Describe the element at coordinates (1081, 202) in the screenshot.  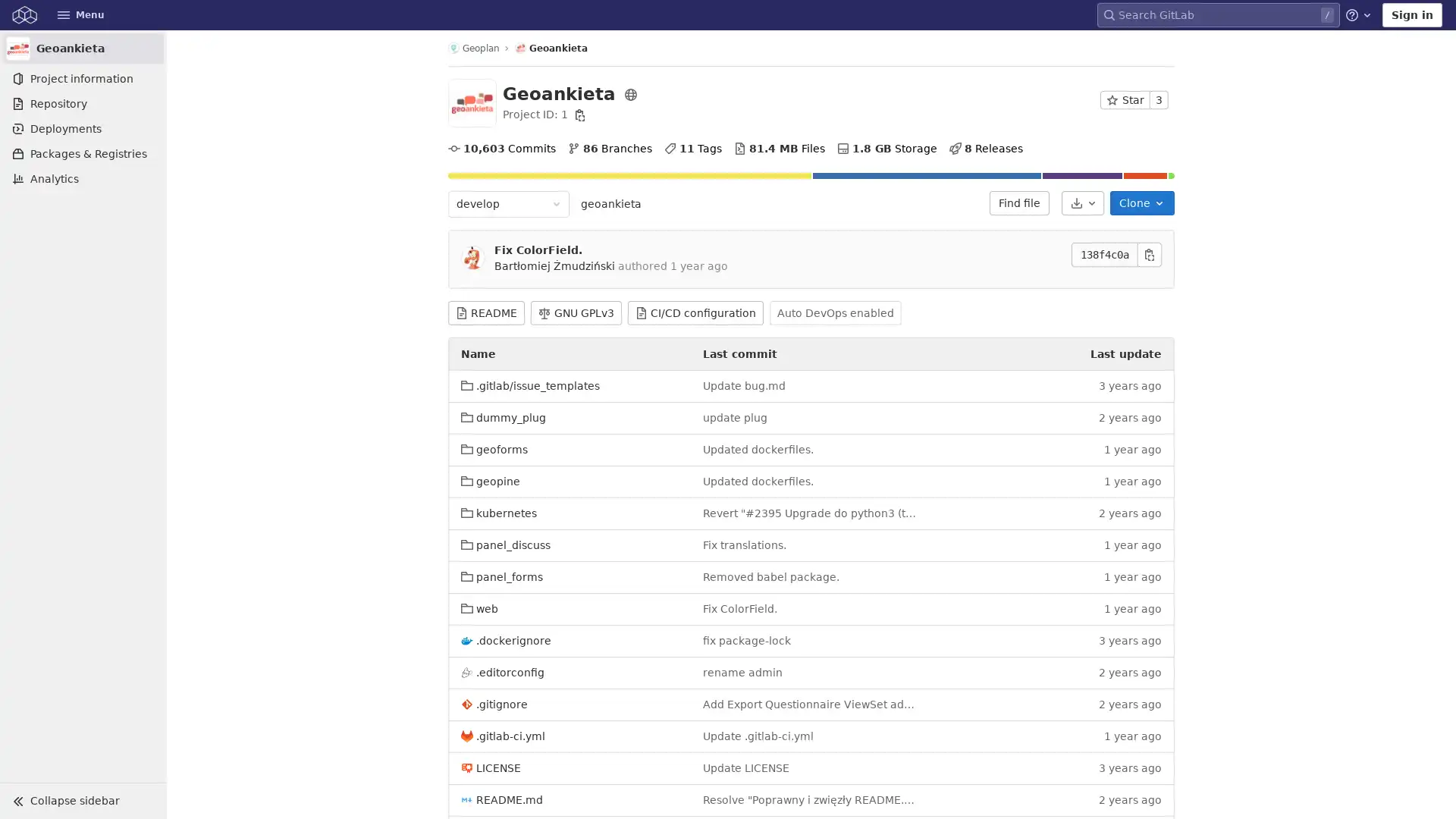
I see `Download` at that location.